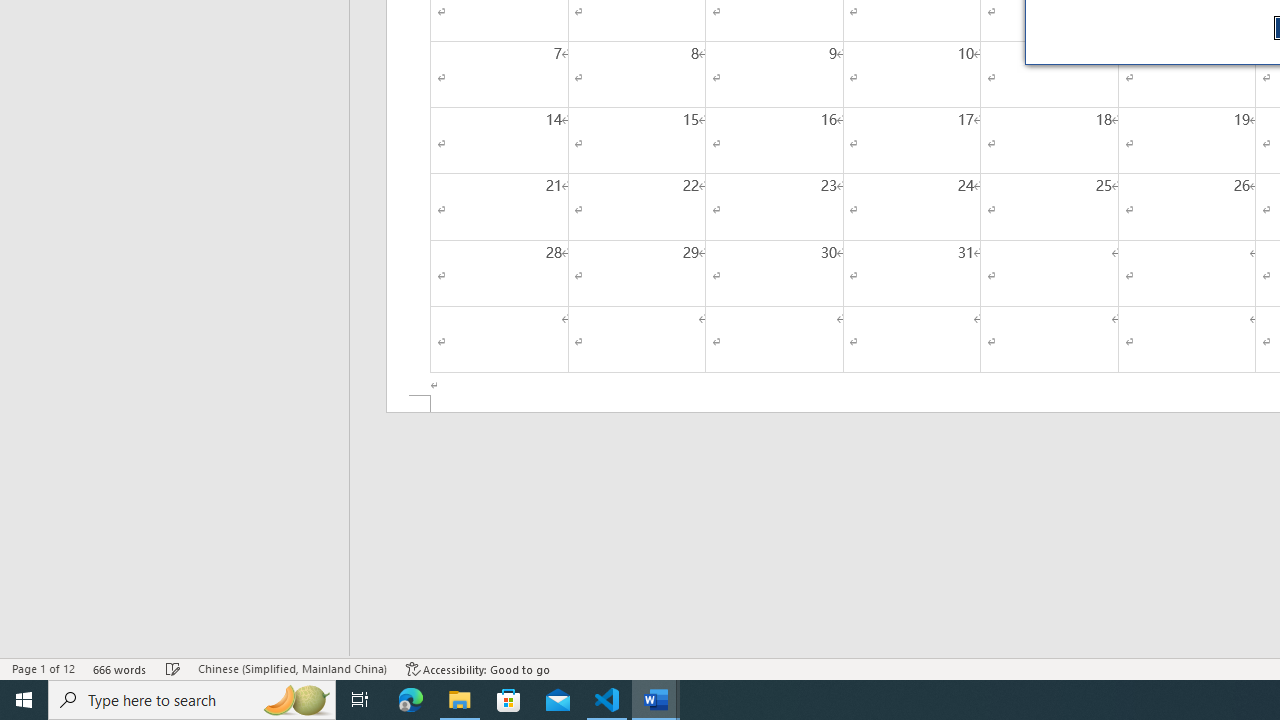 Image resolution: width=1280 pixels, height=720 pixels. I want to click on 'Visual Studio Code - 1 running window', so click(606, 698).